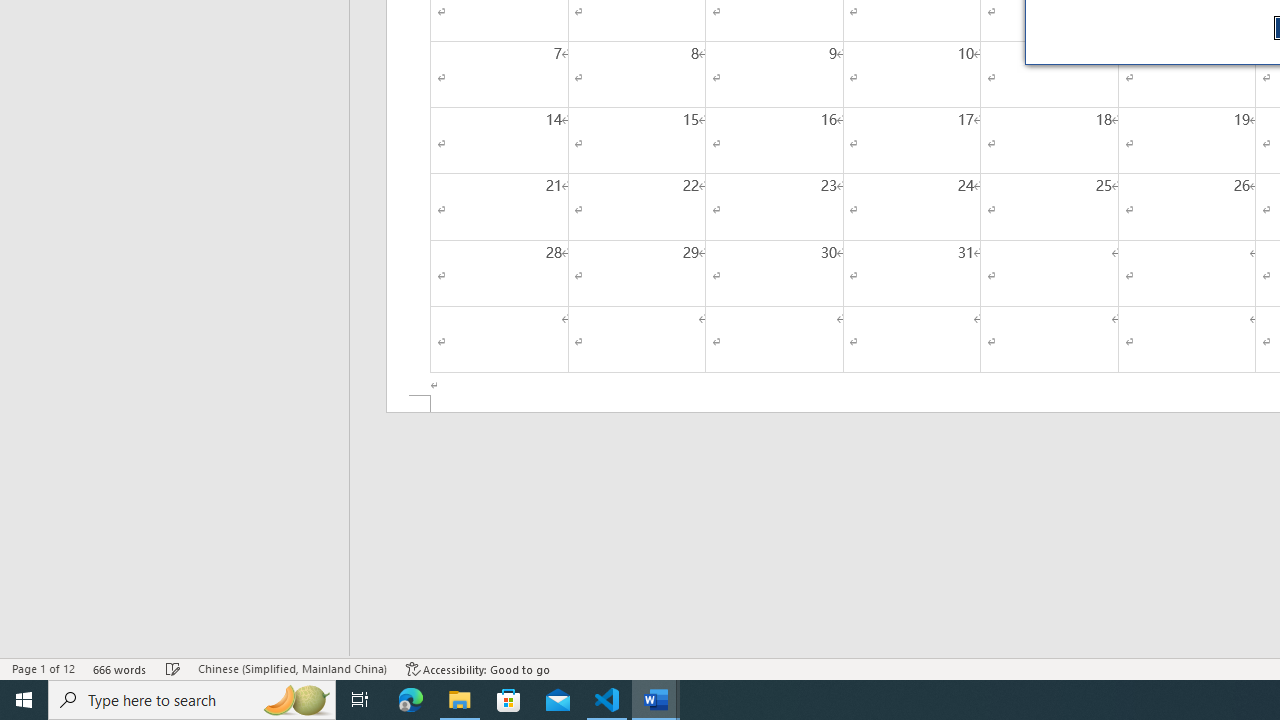 Image resolution: width=1280 pixels, height=720 pixels. I want to click on 'Visual Studio Code - 1 running window', so click(606, 698).